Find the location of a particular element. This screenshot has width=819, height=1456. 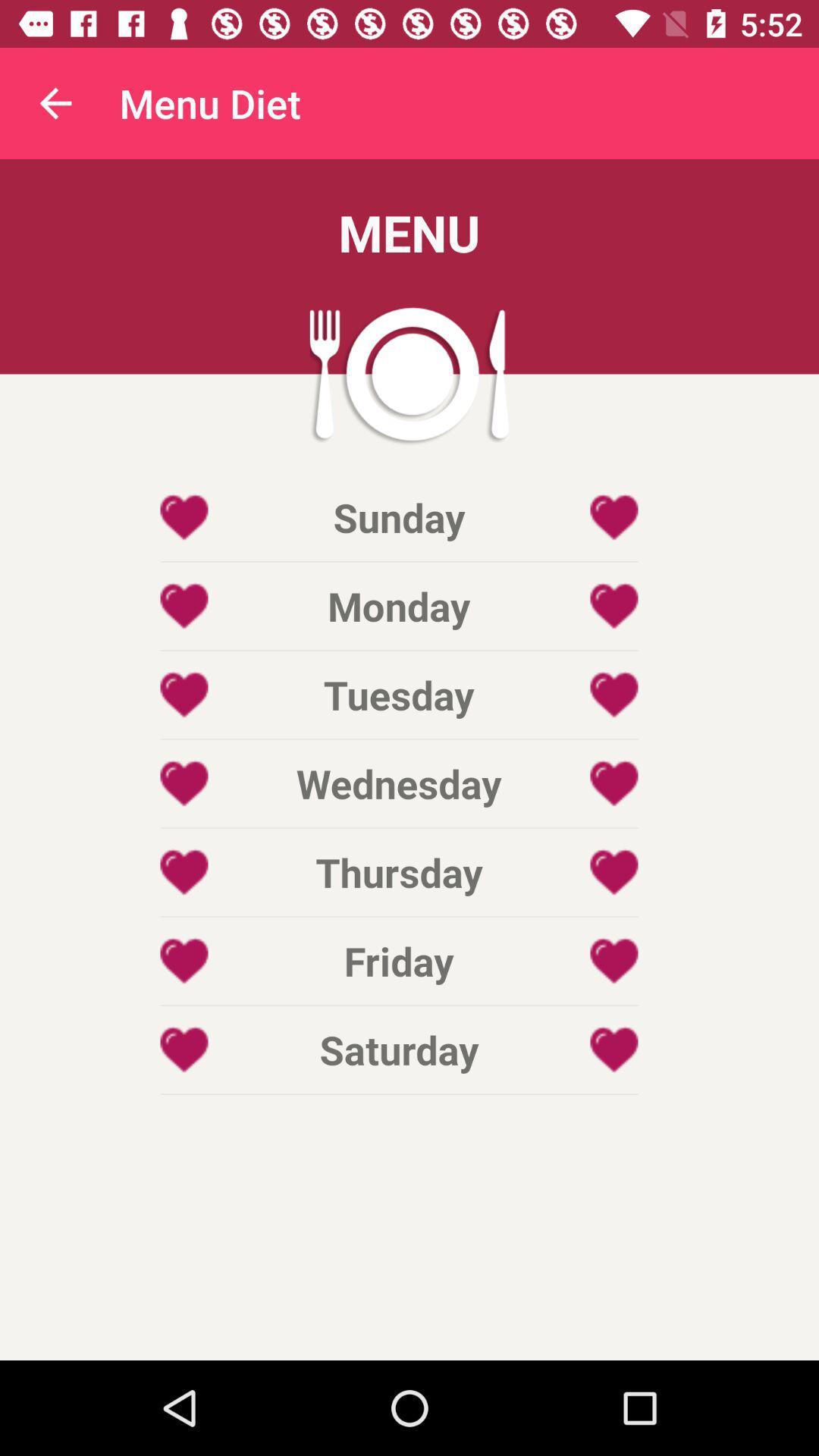

the icon above the monday item is located at coordinates (398, 517).